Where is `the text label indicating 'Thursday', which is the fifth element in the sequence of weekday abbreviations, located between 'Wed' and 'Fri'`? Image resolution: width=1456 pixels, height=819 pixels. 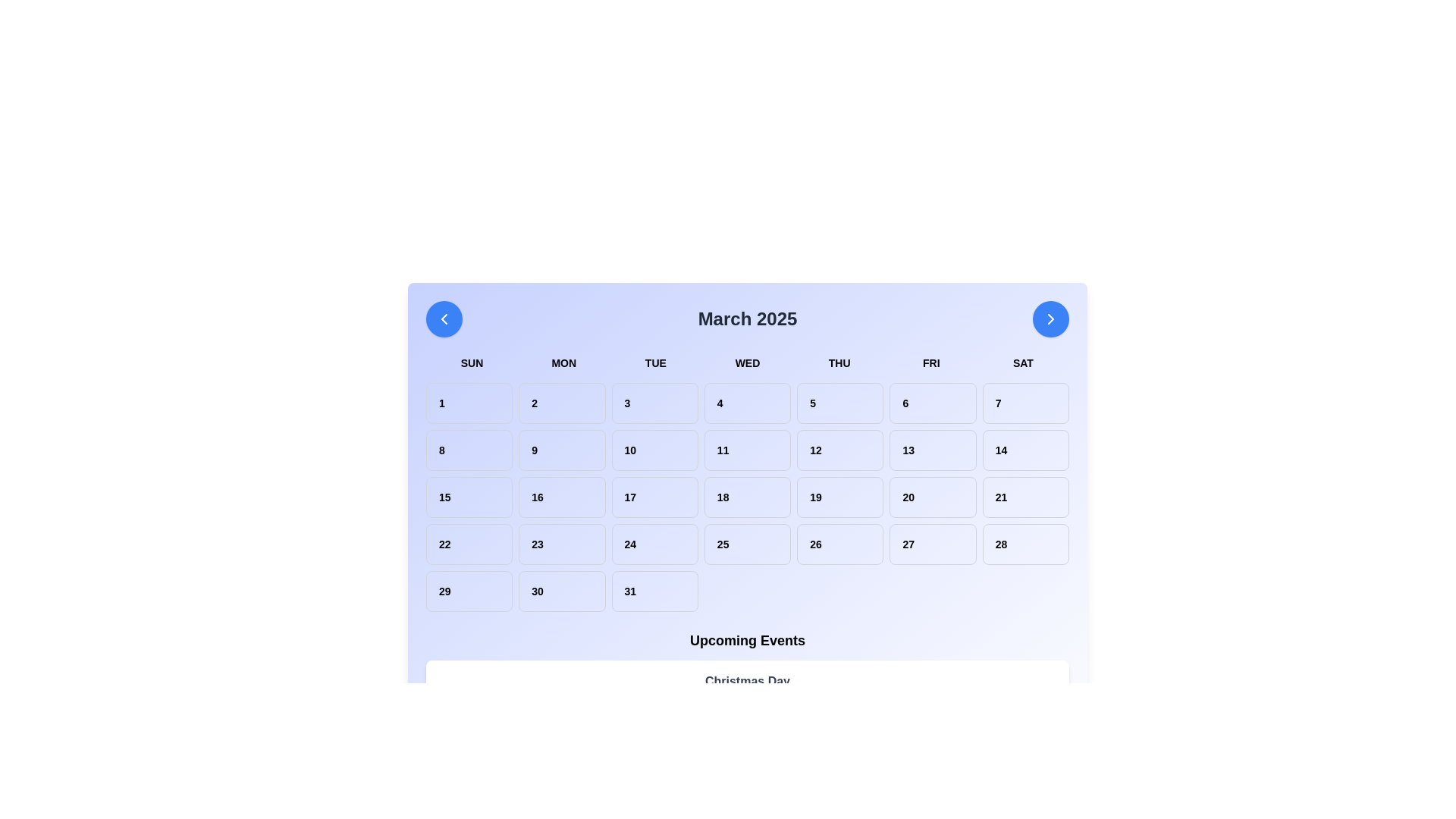
the text label indicating 'Thursday', which is the fifth element in the sequence of weekday abbreviations, located between 'Wed' and 'Fri' is located at coordinates (839, 362).